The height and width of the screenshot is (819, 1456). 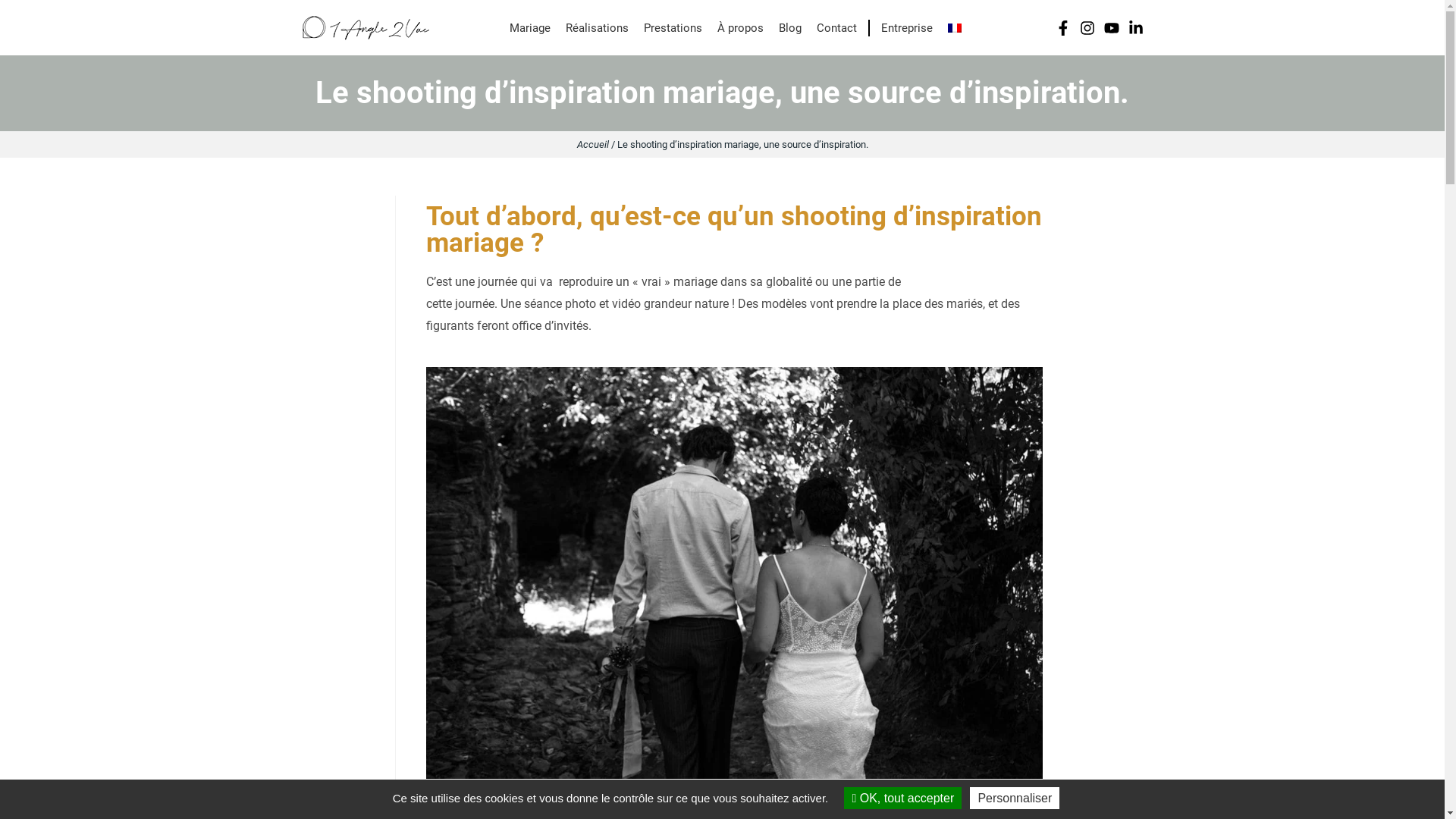 I want to click on 'Blog', so click(x=789, y=28).